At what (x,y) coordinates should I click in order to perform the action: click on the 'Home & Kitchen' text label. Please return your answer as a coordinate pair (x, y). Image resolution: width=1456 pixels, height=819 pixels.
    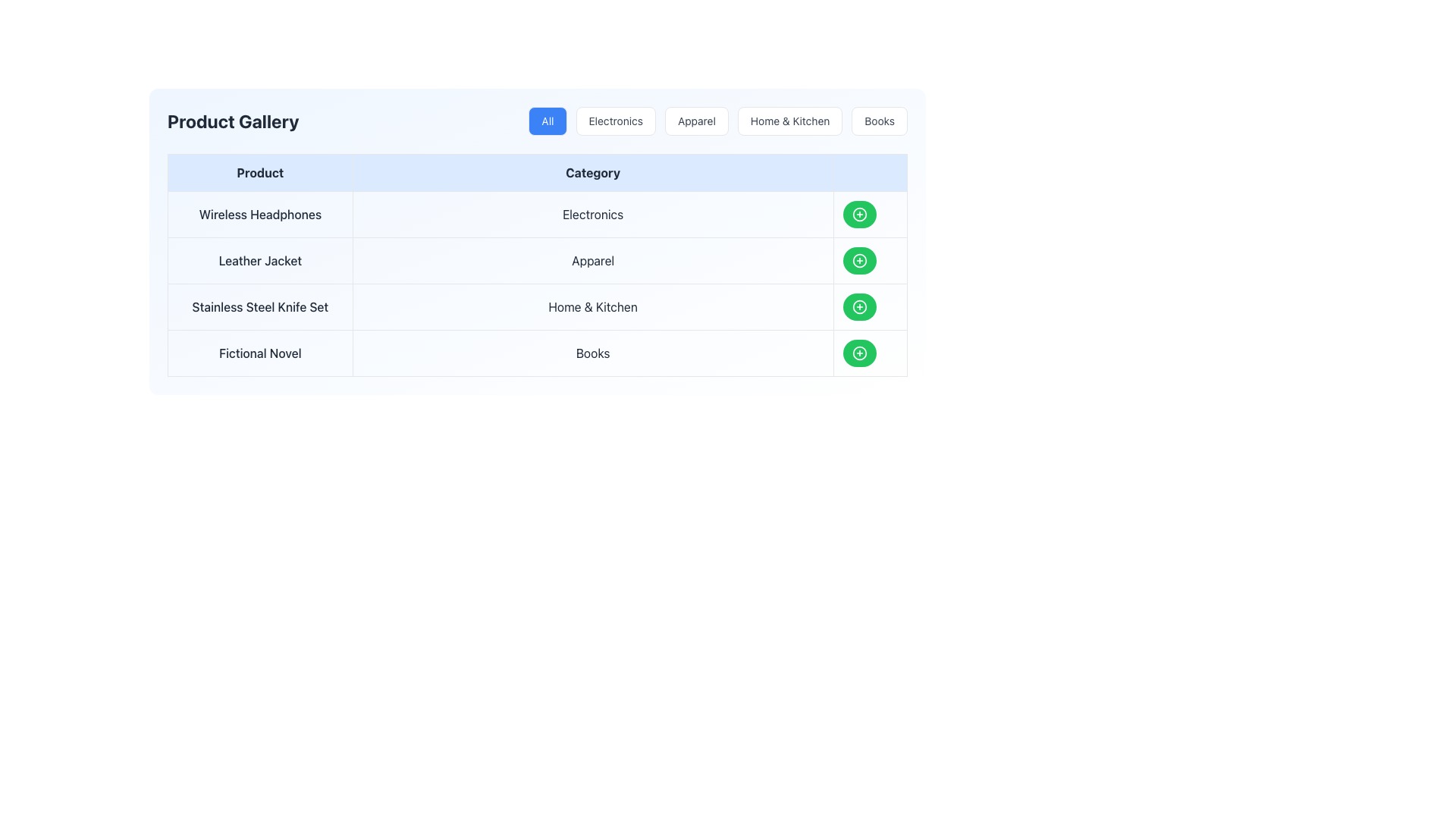
    Looking at the image, I should click on (592, 307).